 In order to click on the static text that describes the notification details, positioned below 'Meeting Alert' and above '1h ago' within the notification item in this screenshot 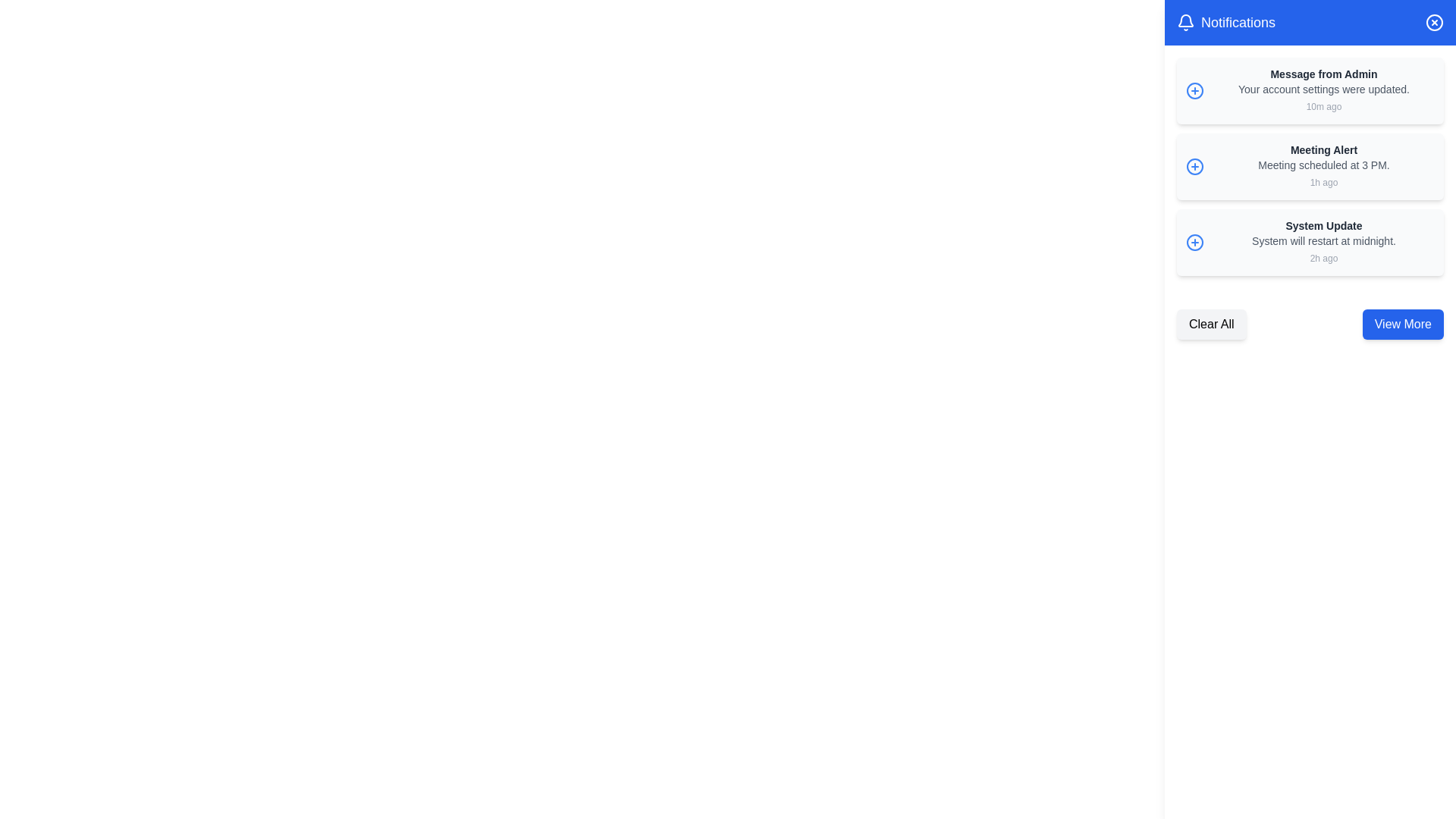, I will do `click(1323, 165)`.